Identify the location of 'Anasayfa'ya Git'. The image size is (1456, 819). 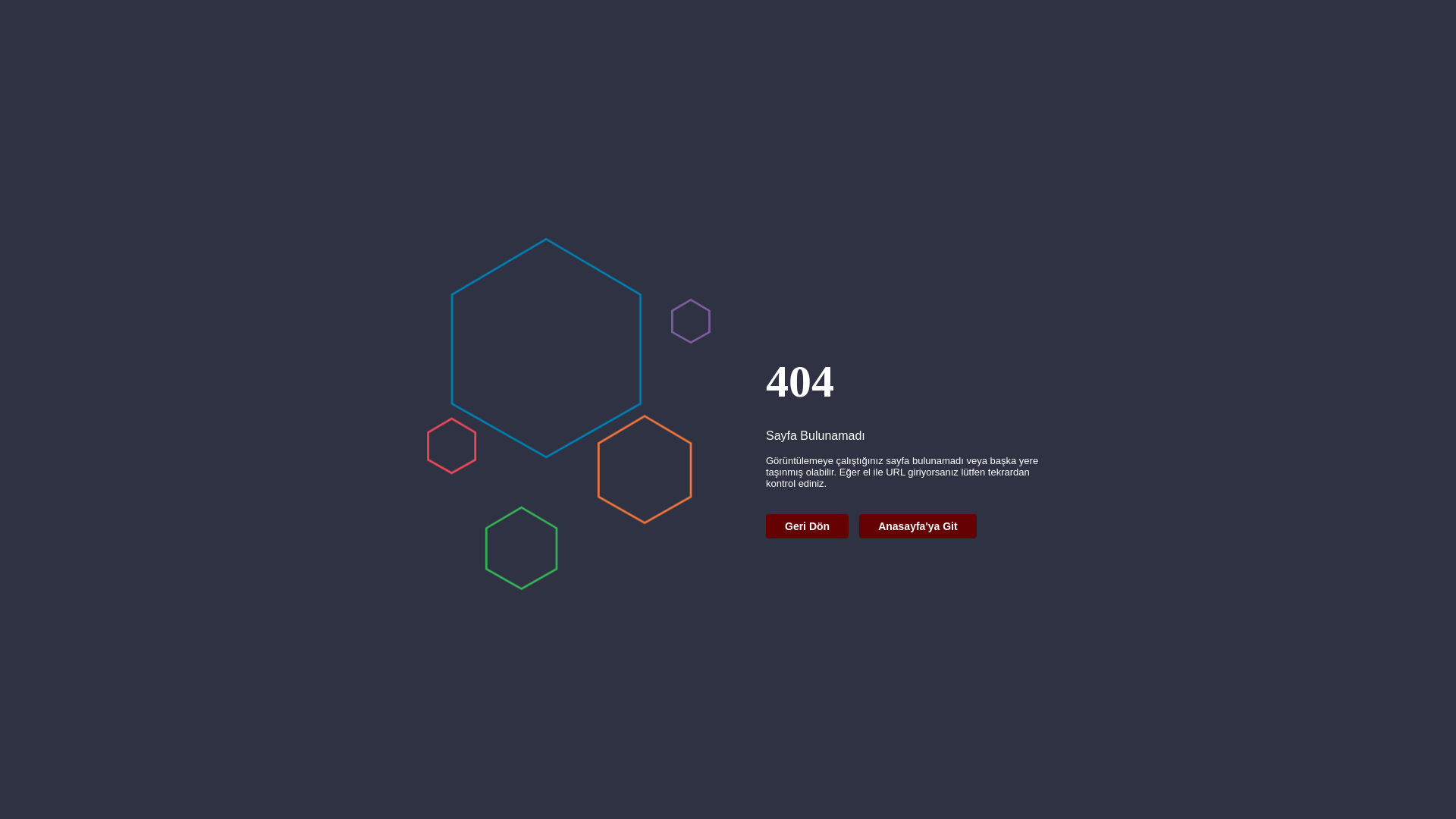
(917, 526).